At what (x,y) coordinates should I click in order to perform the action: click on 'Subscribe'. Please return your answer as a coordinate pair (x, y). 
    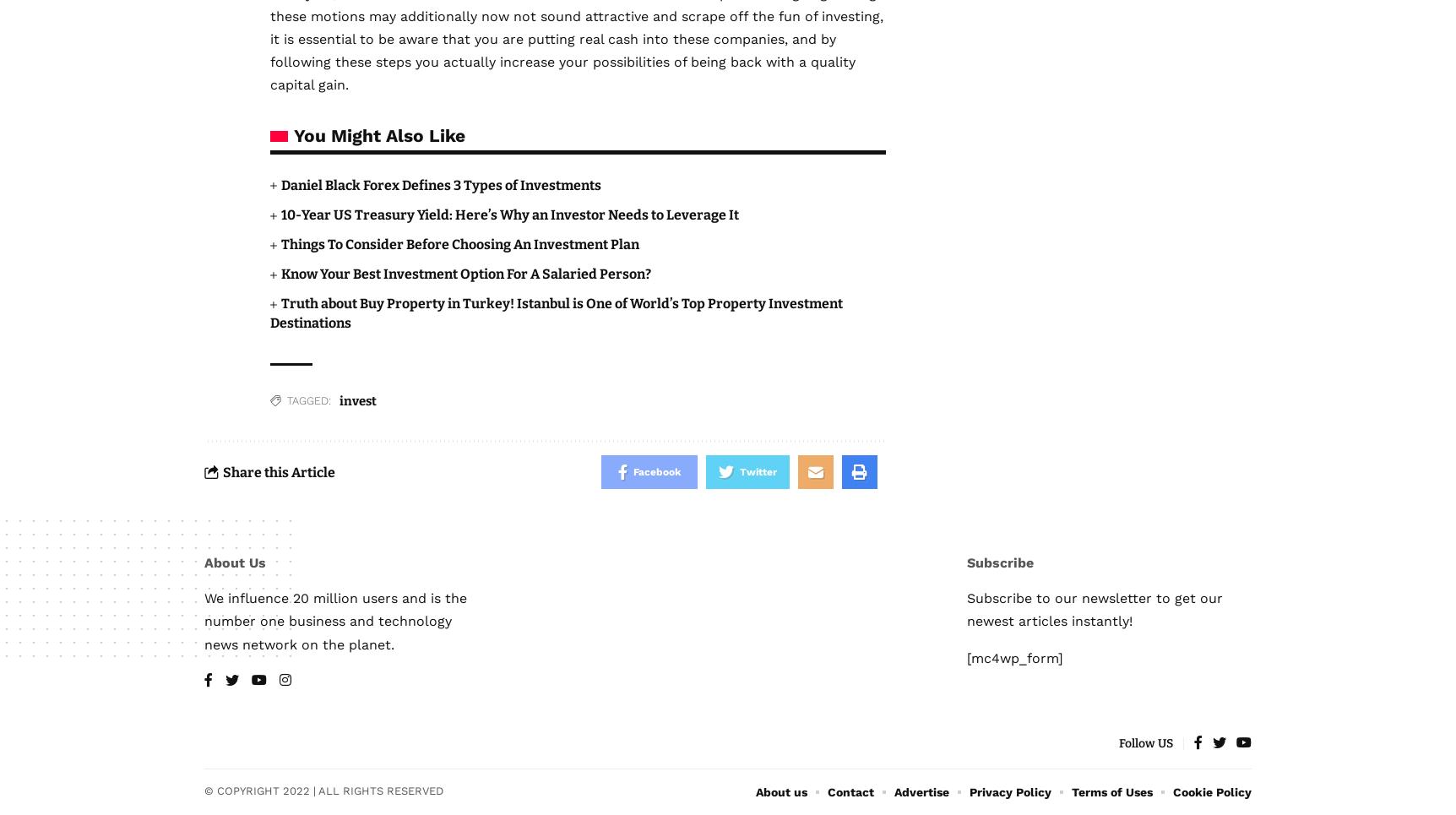
    Looking at the image, I should click on (1000, 562).